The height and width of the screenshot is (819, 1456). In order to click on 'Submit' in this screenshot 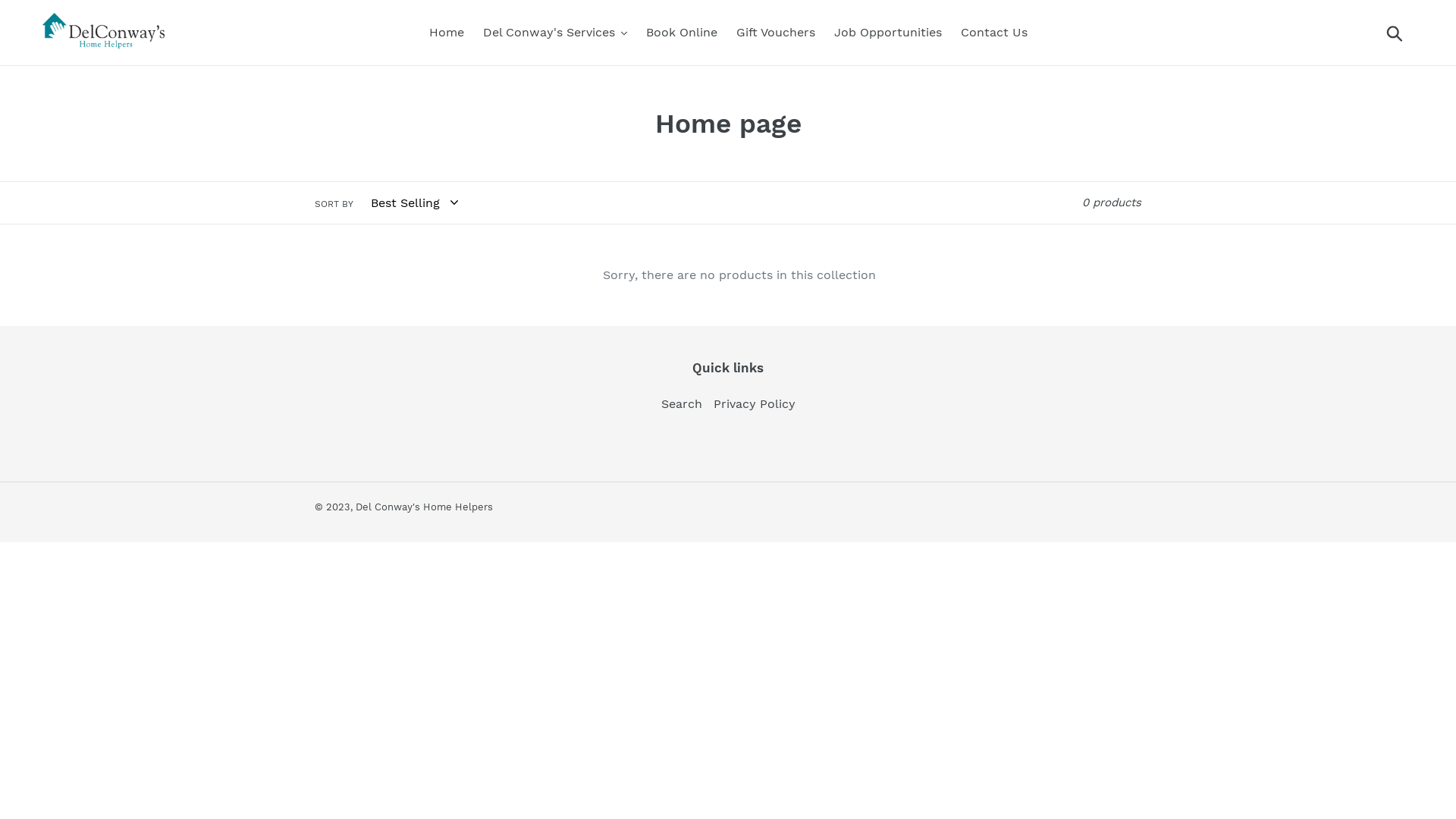, I will do `click(1395, 32)`.